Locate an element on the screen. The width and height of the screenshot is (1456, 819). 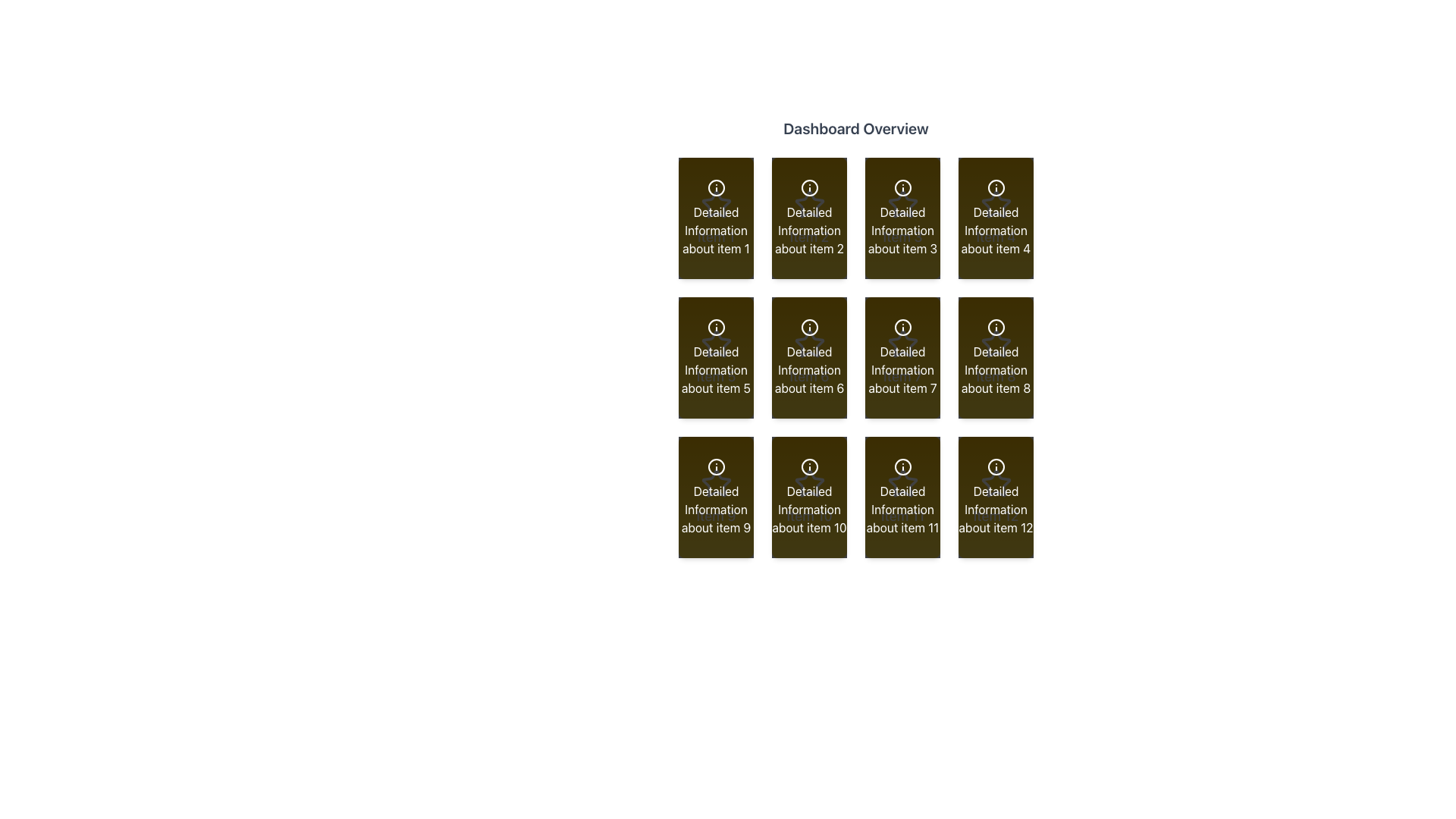
the text label displaying 'Detailed Information about item 10' which is located at the bottom-center of the card in the second column of the last row of the grid layout is located at coordinates (808, 509).